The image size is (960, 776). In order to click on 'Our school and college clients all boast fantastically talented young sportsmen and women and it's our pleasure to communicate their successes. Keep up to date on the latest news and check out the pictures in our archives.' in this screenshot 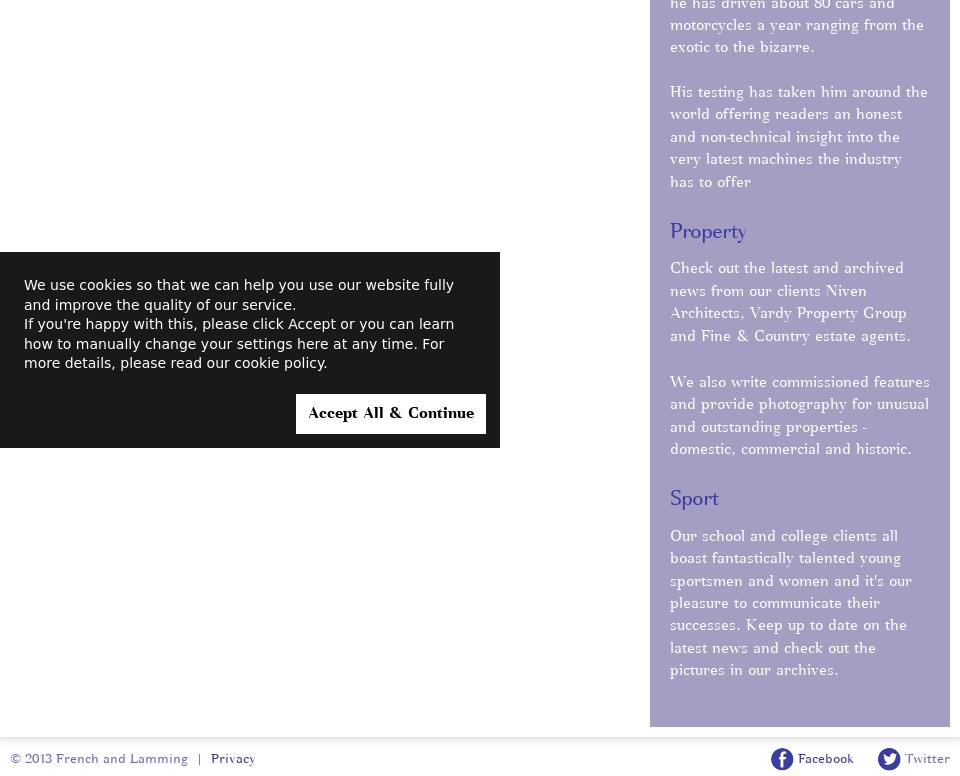, I will do `click(791, 603)`.